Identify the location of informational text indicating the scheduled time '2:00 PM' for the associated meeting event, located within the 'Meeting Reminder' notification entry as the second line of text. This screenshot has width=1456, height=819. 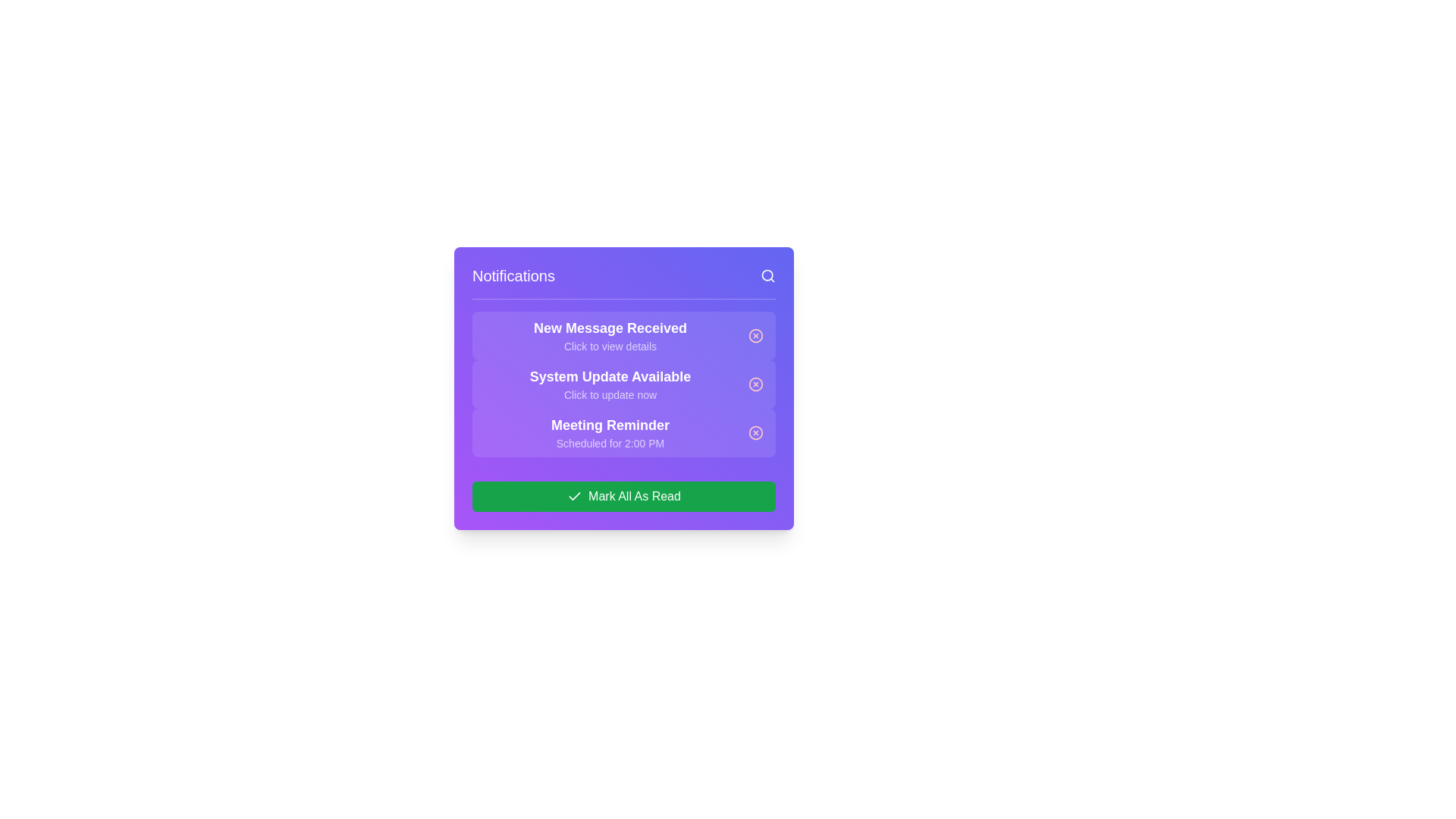
(610, 444).